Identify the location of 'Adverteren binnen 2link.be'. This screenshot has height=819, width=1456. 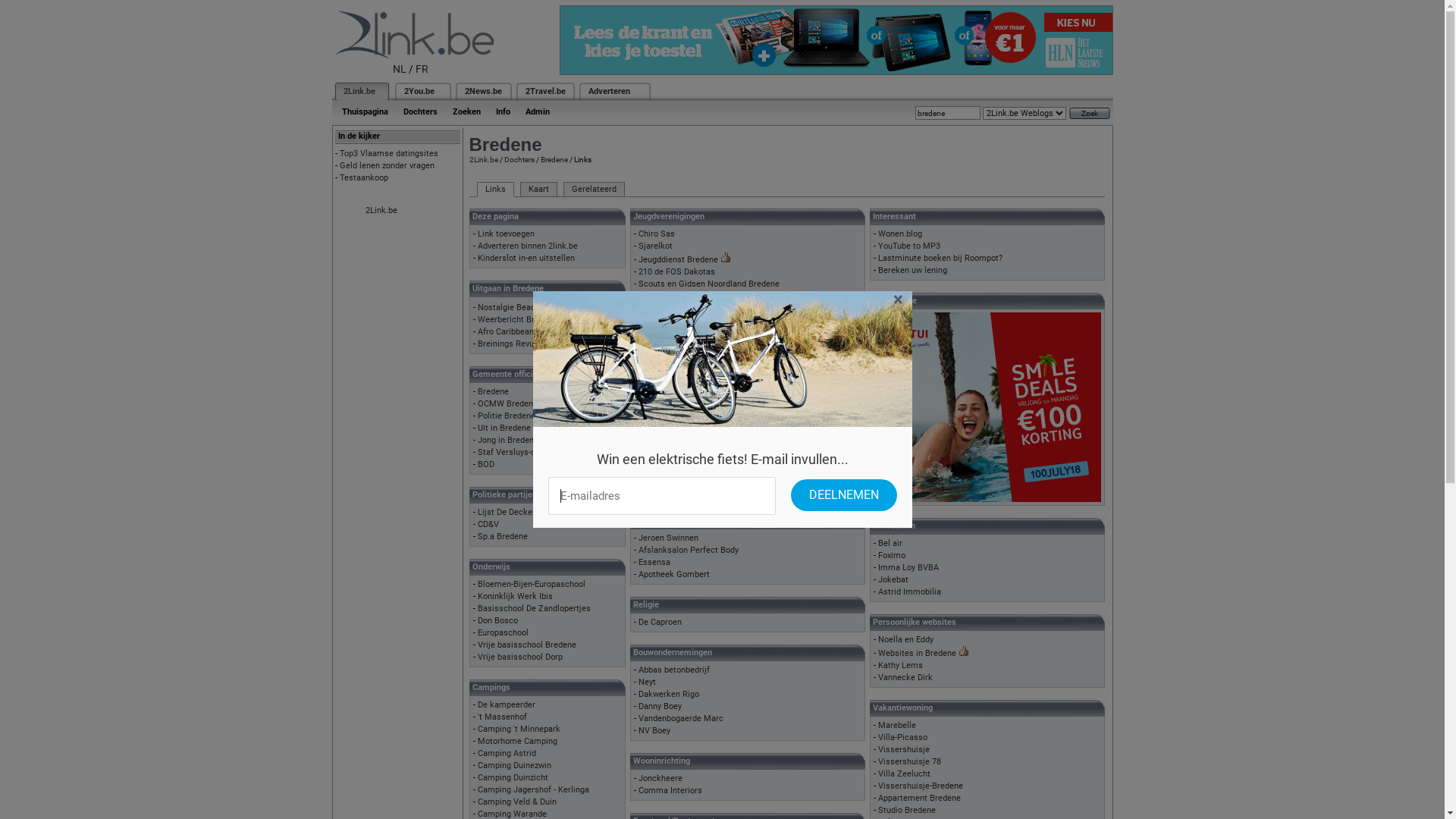
(476, 245).